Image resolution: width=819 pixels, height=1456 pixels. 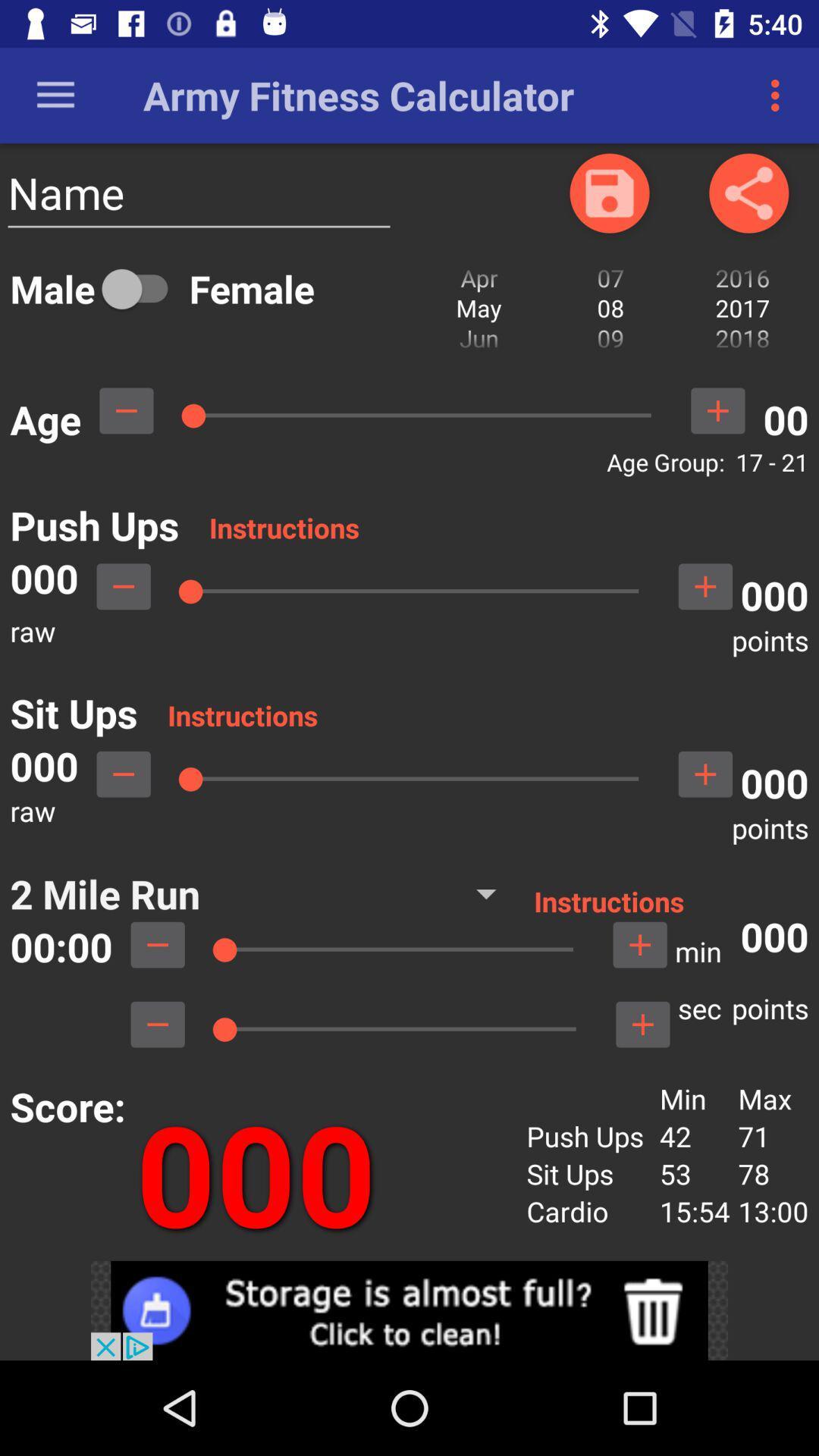 What do you see at coordinates (748, 192) in the screenshot?
I see `share the information` at bounding box center [748, 192].